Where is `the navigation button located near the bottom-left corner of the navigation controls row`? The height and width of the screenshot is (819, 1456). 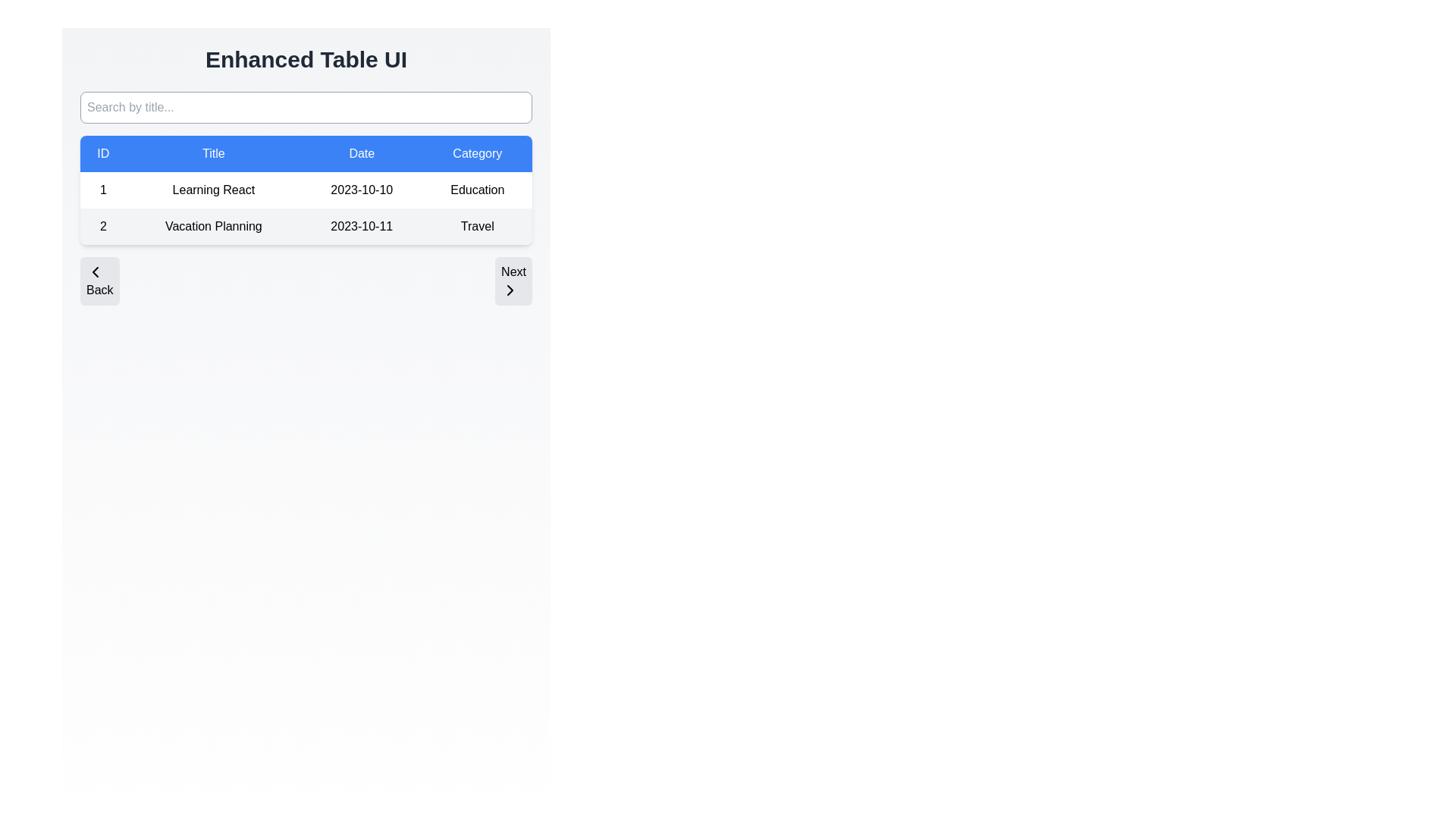
the navigation button located near the bottom-left corner of the navigation controls row is located at coordinates (99, 281).